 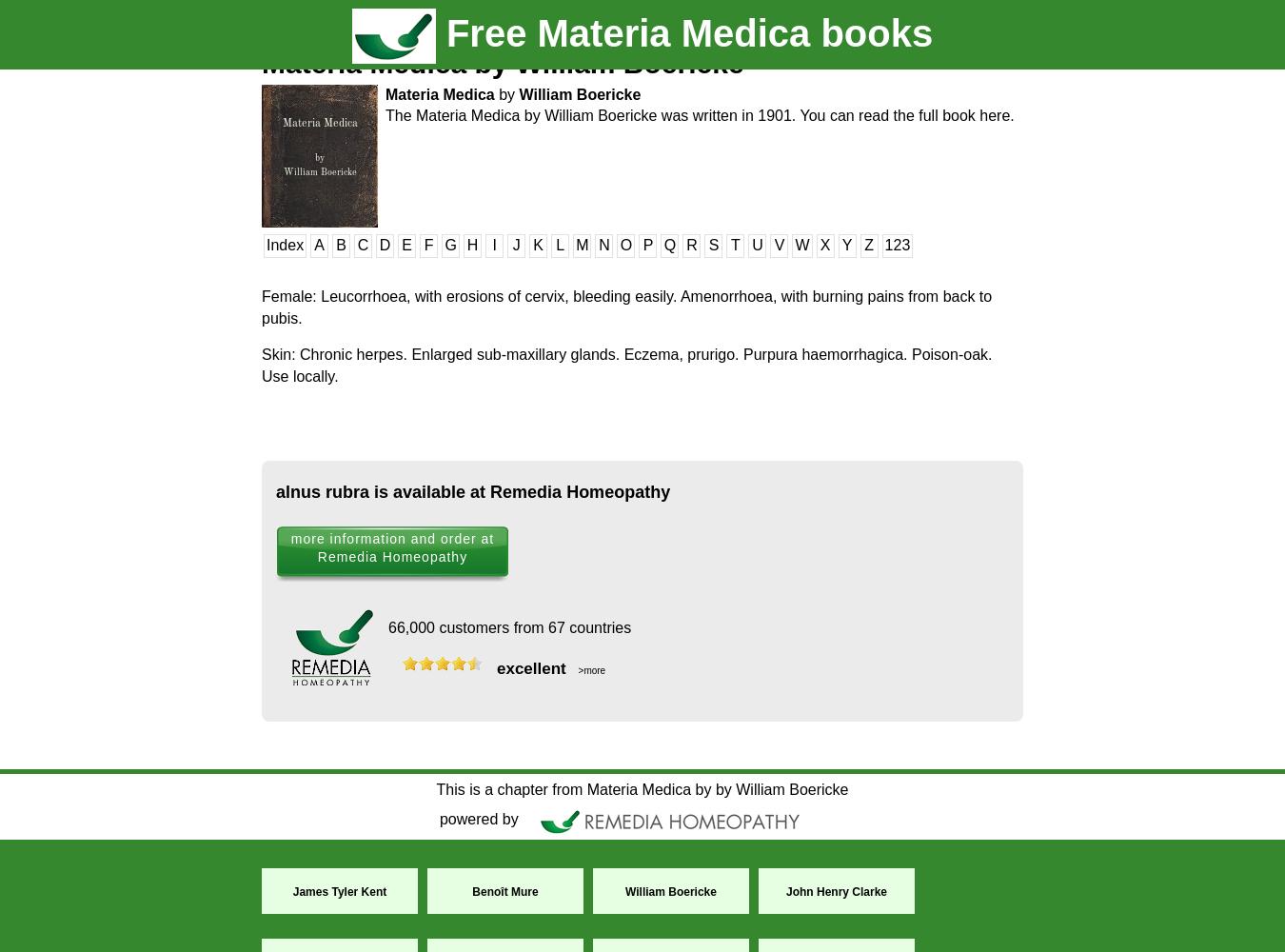 What do you see at coordinates (362, 245) in the screenshot?
I see `'C'` at bounding box center [362, 245].